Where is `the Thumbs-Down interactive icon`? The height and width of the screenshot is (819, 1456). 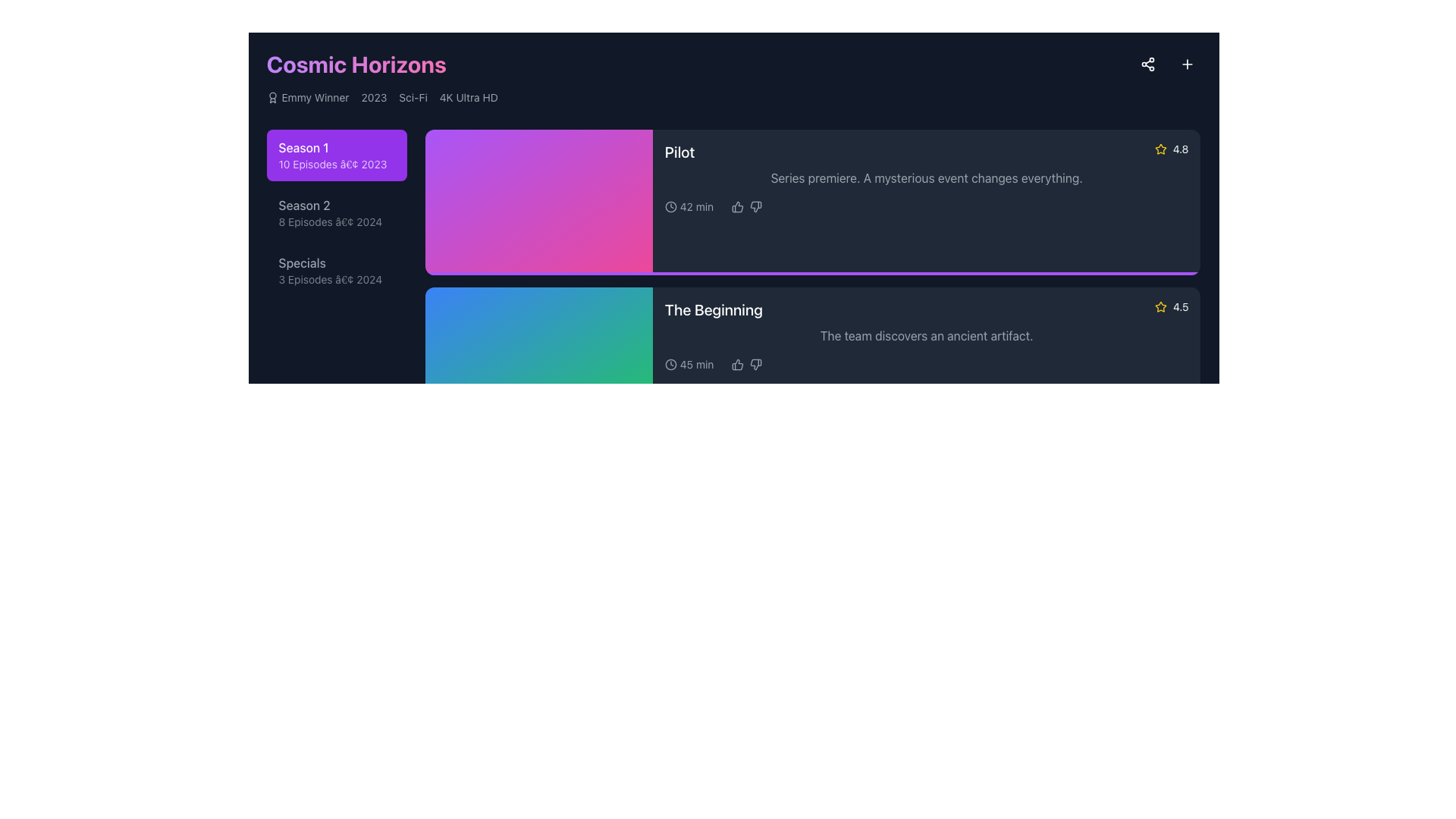 the Thumbs-Down interactive icon is located at coordinates (756, 207).